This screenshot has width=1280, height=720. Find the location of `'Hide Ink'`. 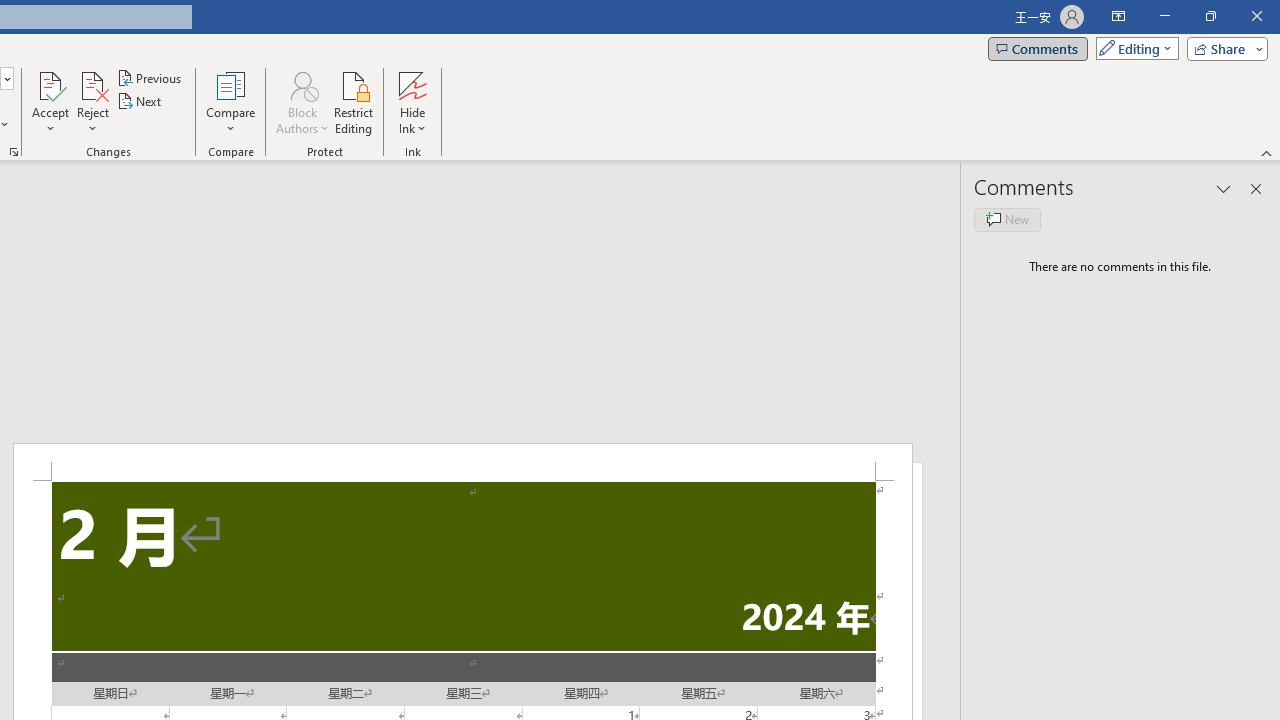

'Hide Ink' is located at coordinates (411, 103).